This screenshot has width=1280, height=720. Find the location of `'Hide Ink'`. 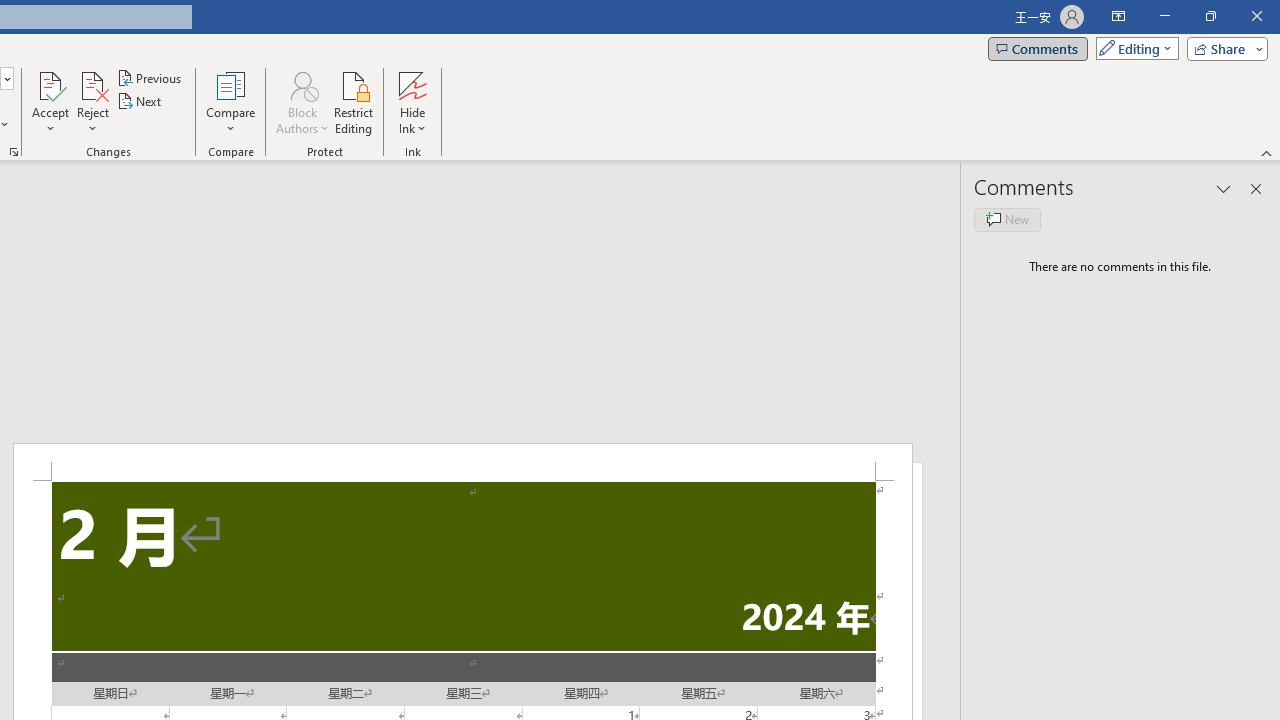

'Hide Ink' is located at coordinates (411, 103).